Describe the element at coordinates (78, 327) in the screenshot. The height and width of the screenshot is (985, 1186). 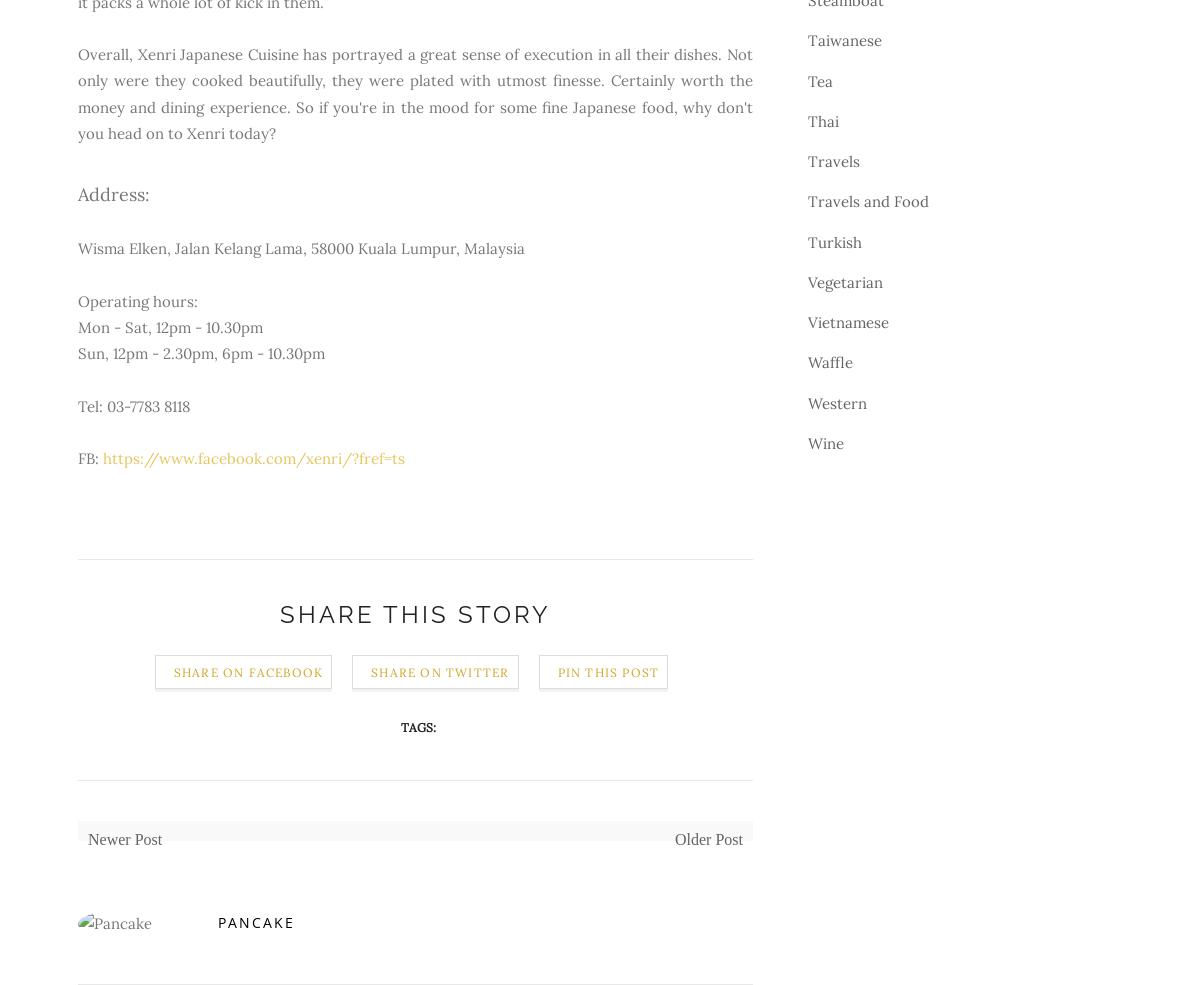
I see `'Mon - Sat, 12pm - 10.30pm'` at that location.